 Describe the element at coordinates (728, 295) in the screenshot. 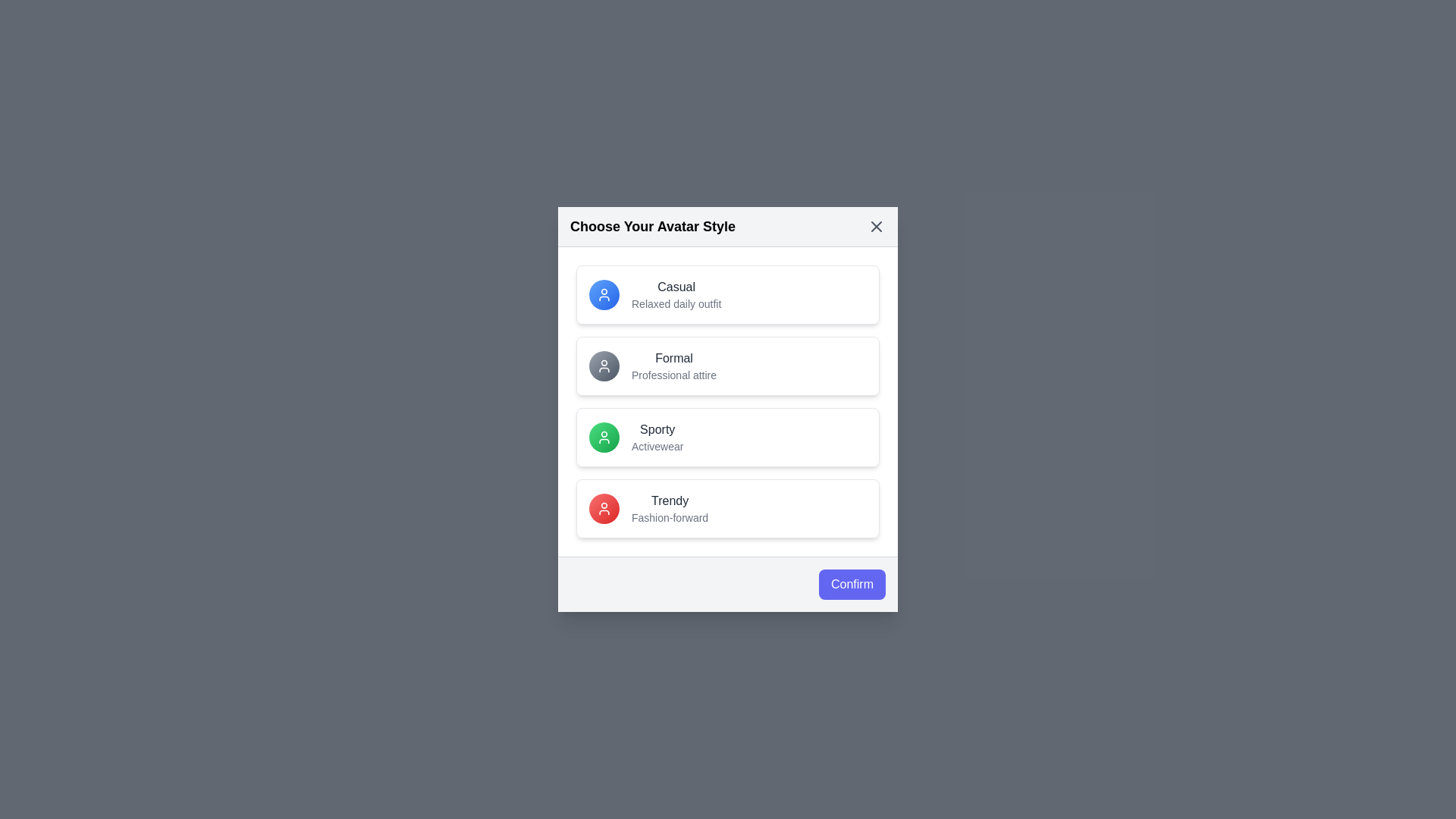

I see `the avatar option labeled 'Casual' to highlight it` at that location.